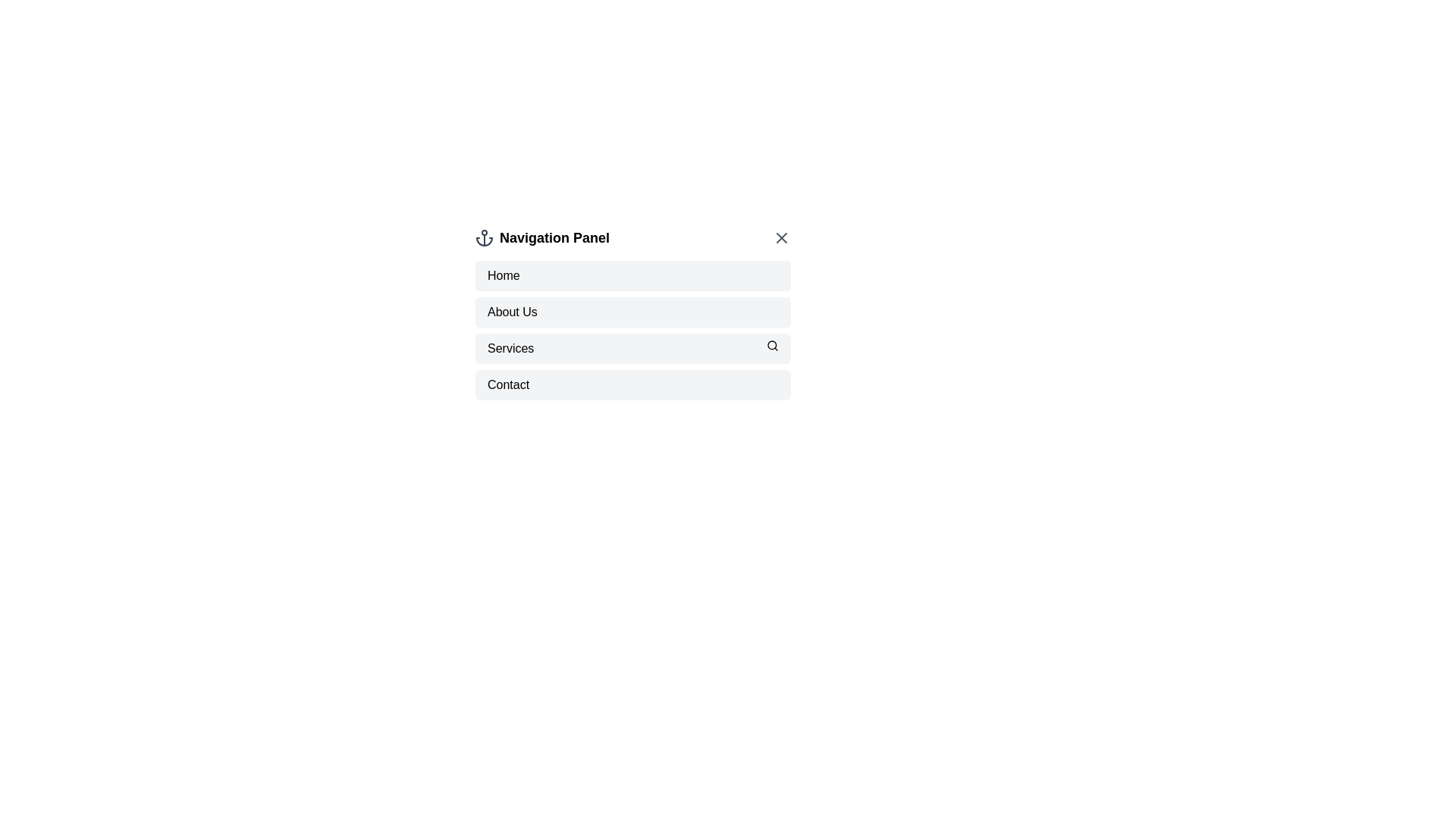 The image size is (1456, 819). What do you see at coordinates (483, 237) in the screenshot?
I see `the Icon associated with the 'Navigation Panel' in the navigation menu, which is positioned at the far left of the row and serves as a visual identifier for the menu` at bounding box center [483, 237].